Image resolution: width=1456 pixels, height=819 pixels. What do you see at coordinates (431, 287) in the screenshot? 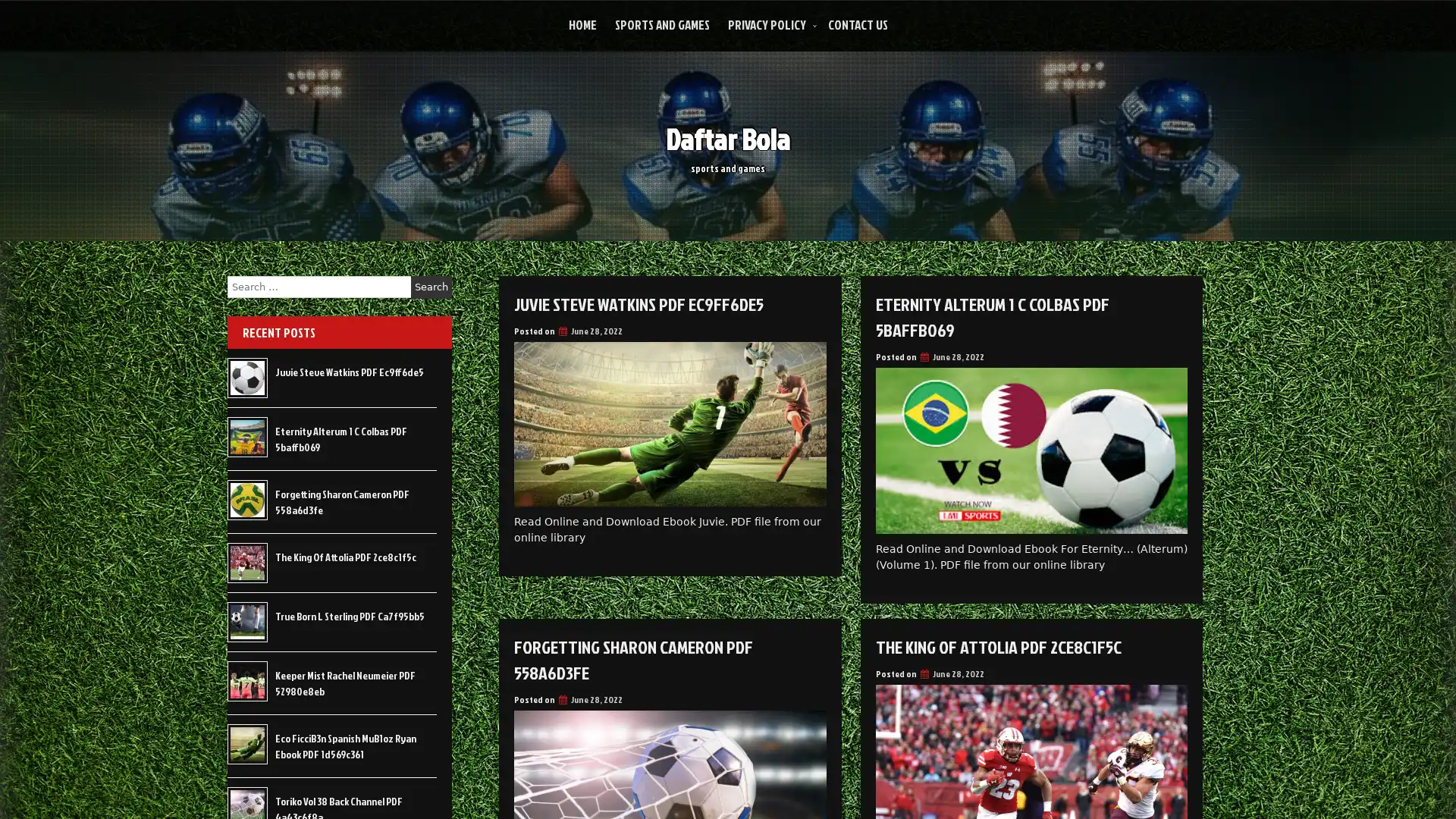
I see `Search` at bounding box center [431, 287].